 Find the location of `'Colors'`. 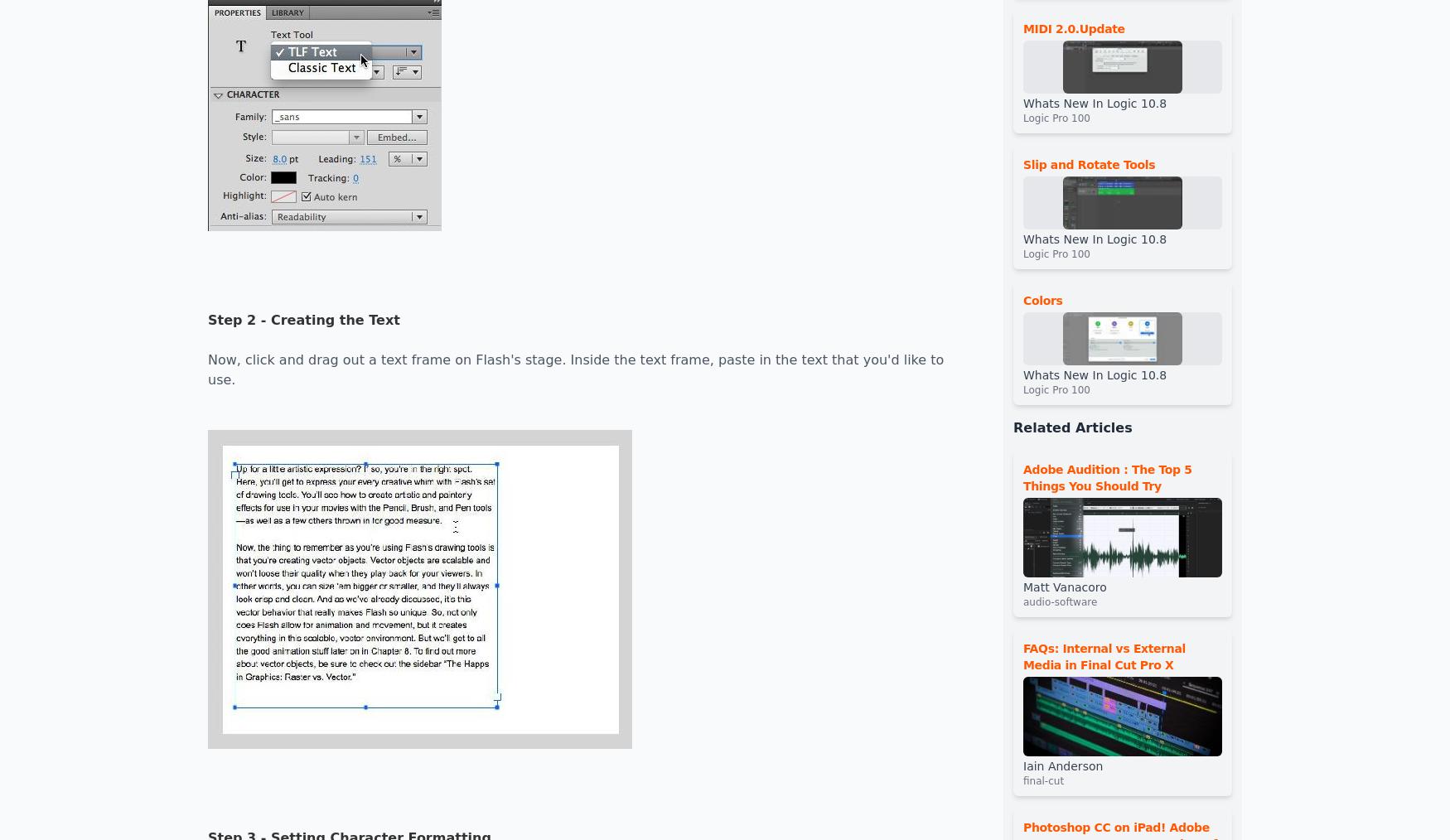

'Colors' is located at coordinates (1042, 300).